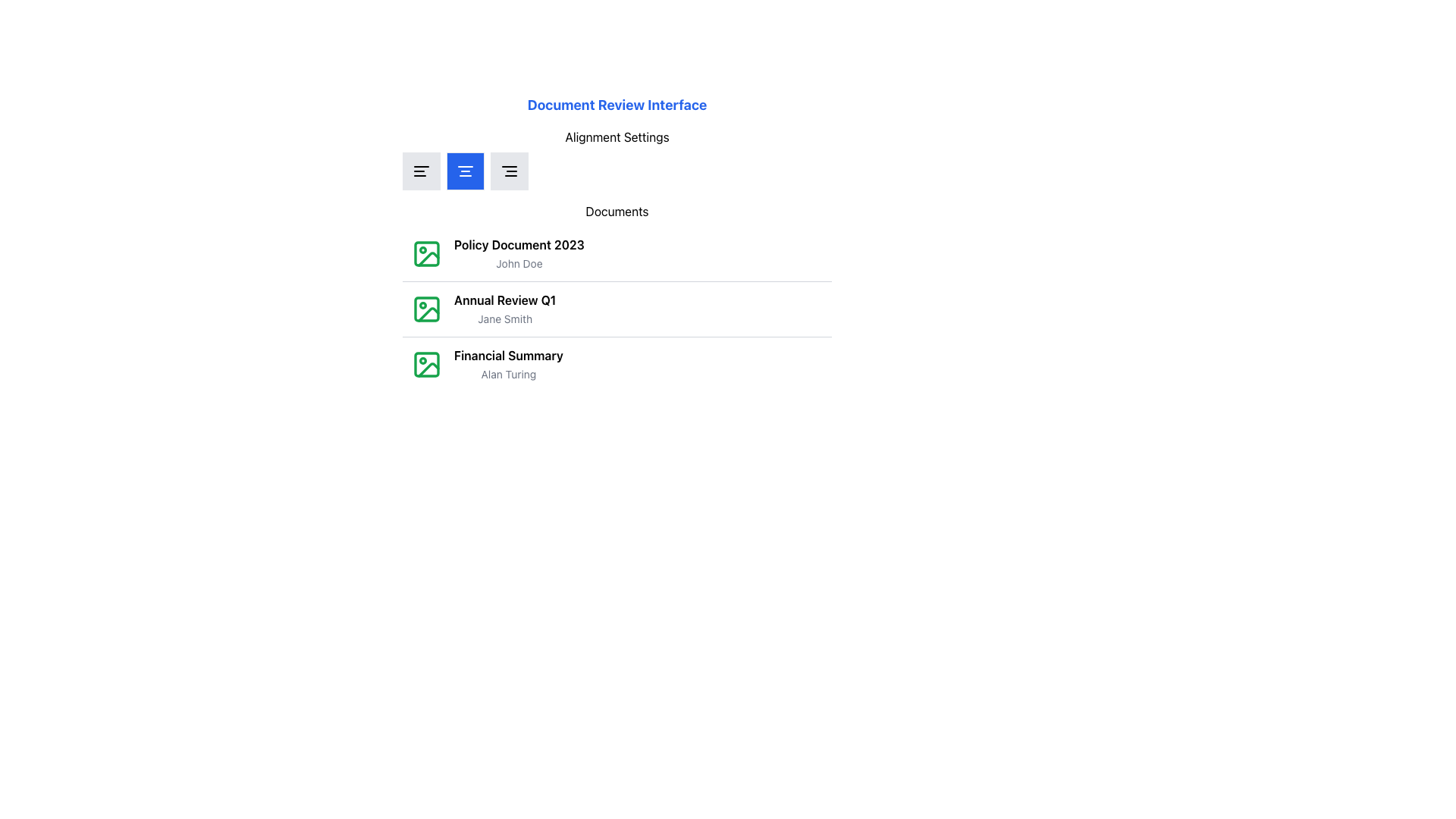 Image resolution: width=1456 pixels, height=819 pixels. Describe the element at coordinates (425, 253) in the screenshot. I see `the green outlined landscape picture icon to the left of the text 'Policy Document 2023' in the document list` at that location.